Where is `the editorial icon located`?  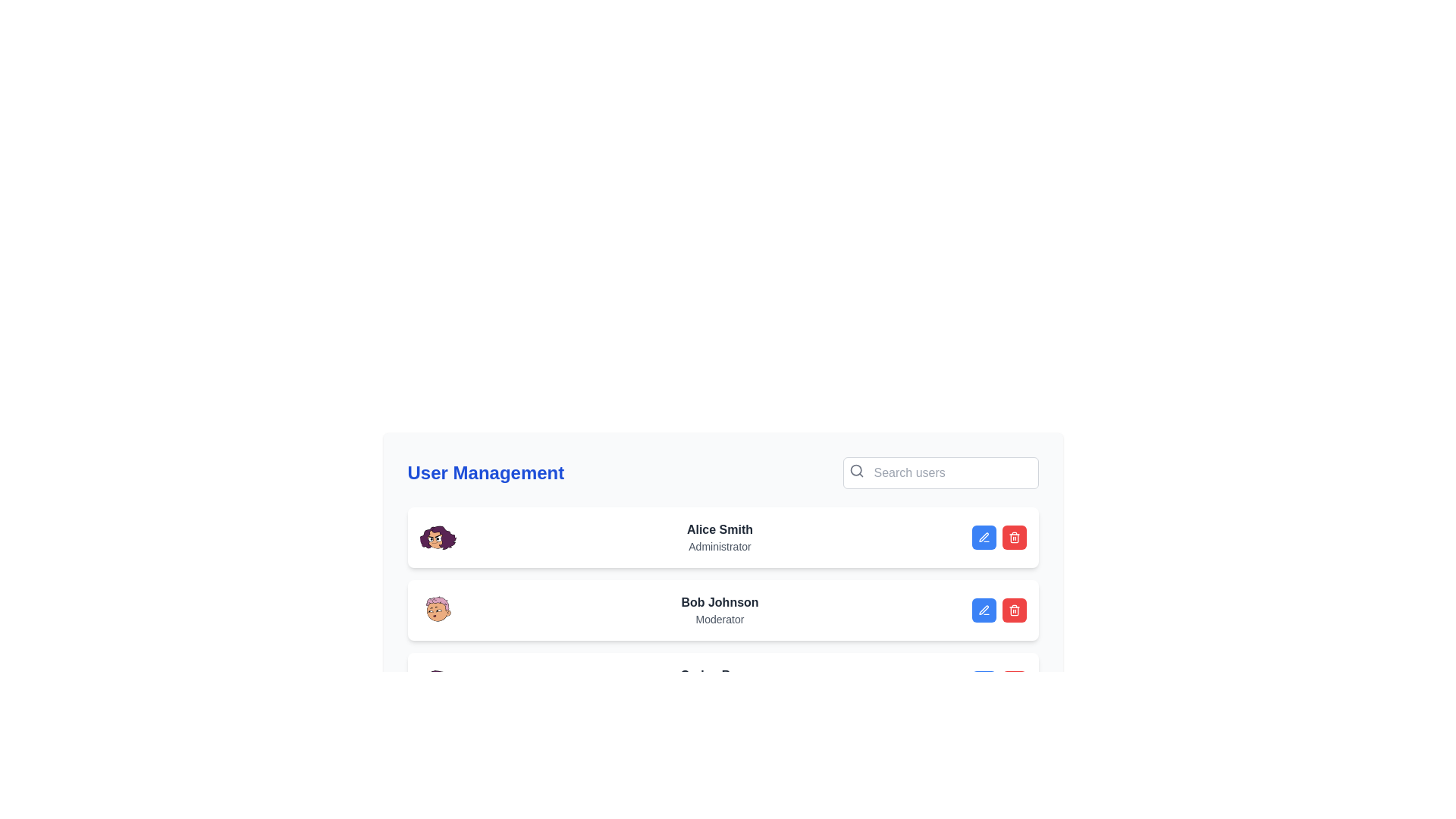
the editorial icon located is located at coordinates (984, 609).